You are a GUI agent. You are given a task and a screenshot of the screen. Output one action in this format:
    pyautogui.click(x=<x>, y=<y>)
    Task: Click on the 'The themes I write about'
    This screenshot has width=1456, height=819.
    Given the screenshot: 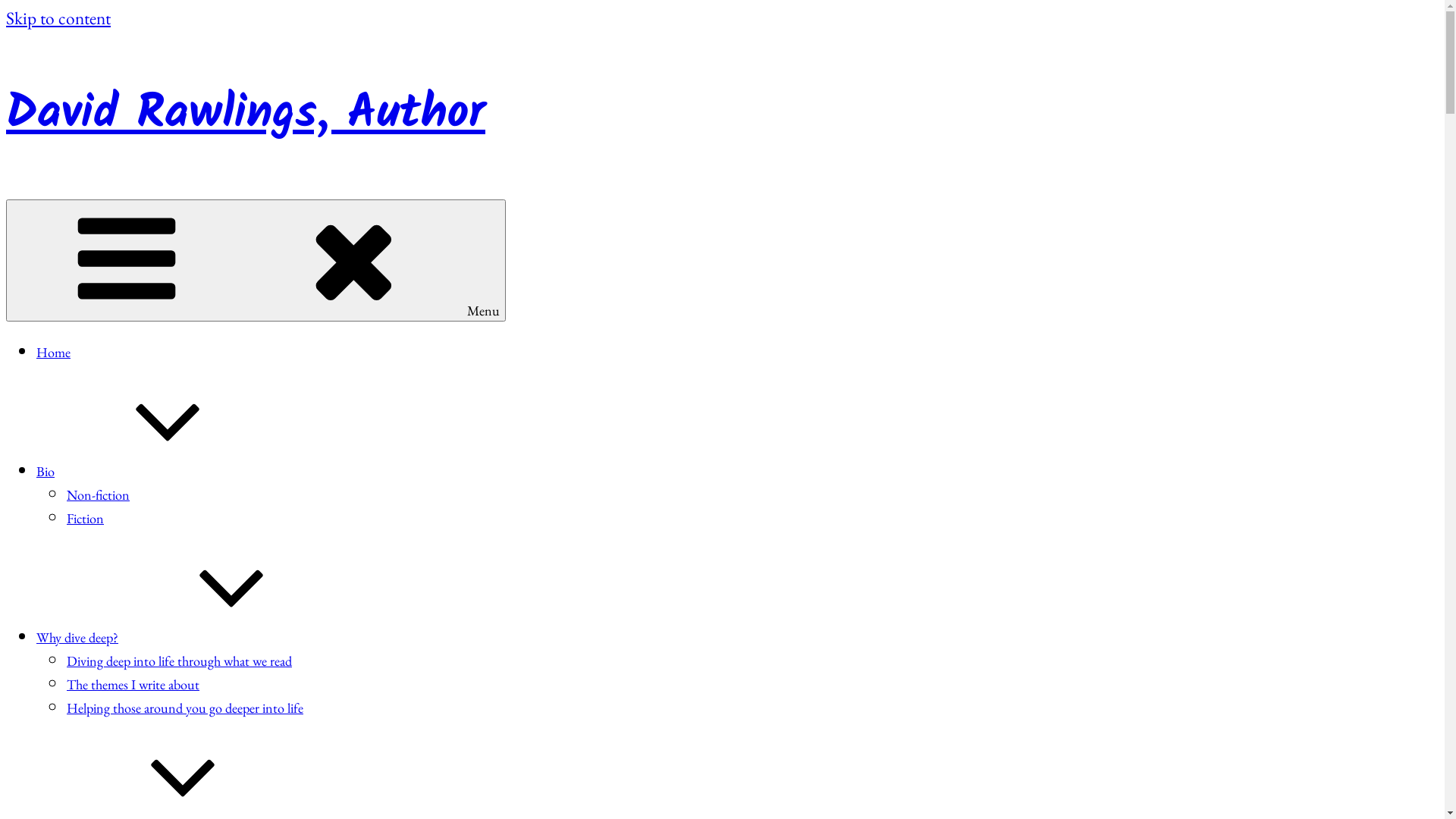 What is the action you would take?
    pyautogui.click(x=133, y=684)
    